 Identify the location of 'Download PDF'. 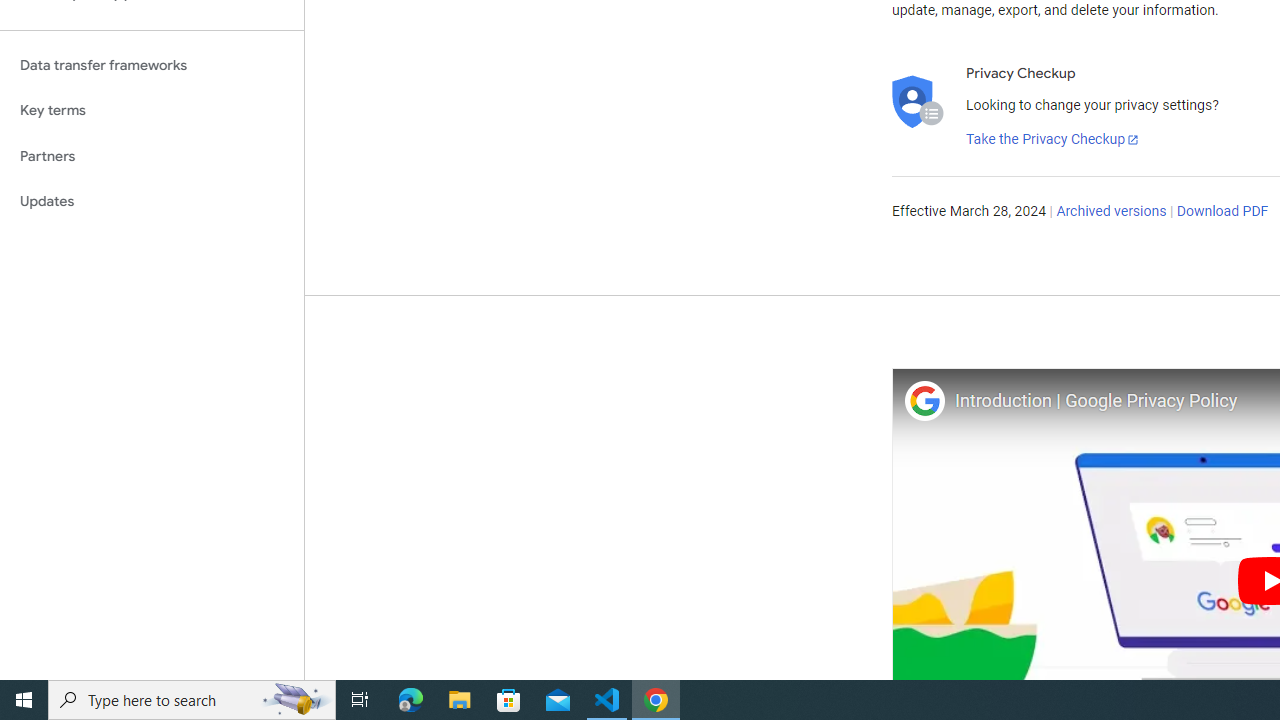
(1221, 212).